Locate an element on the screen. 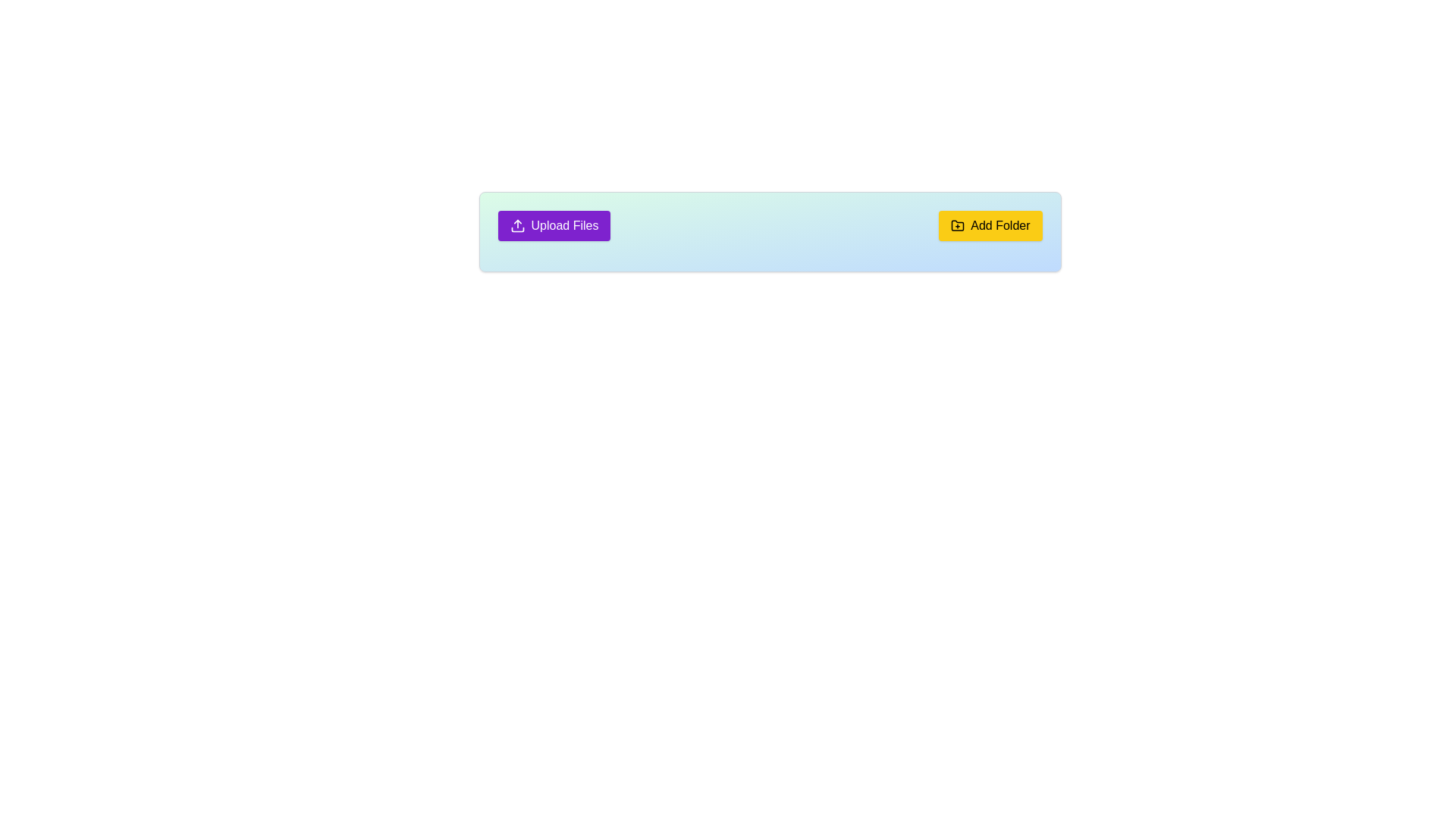 The image size is (1456, 819). the visual appearance of the upload icon, which is an SVG icon with a thin outline of a horizontal square base and an upward-pointing arrow, located on the left side of the 'Upload Files' button with a purple background is located at coordinates (517, 225).